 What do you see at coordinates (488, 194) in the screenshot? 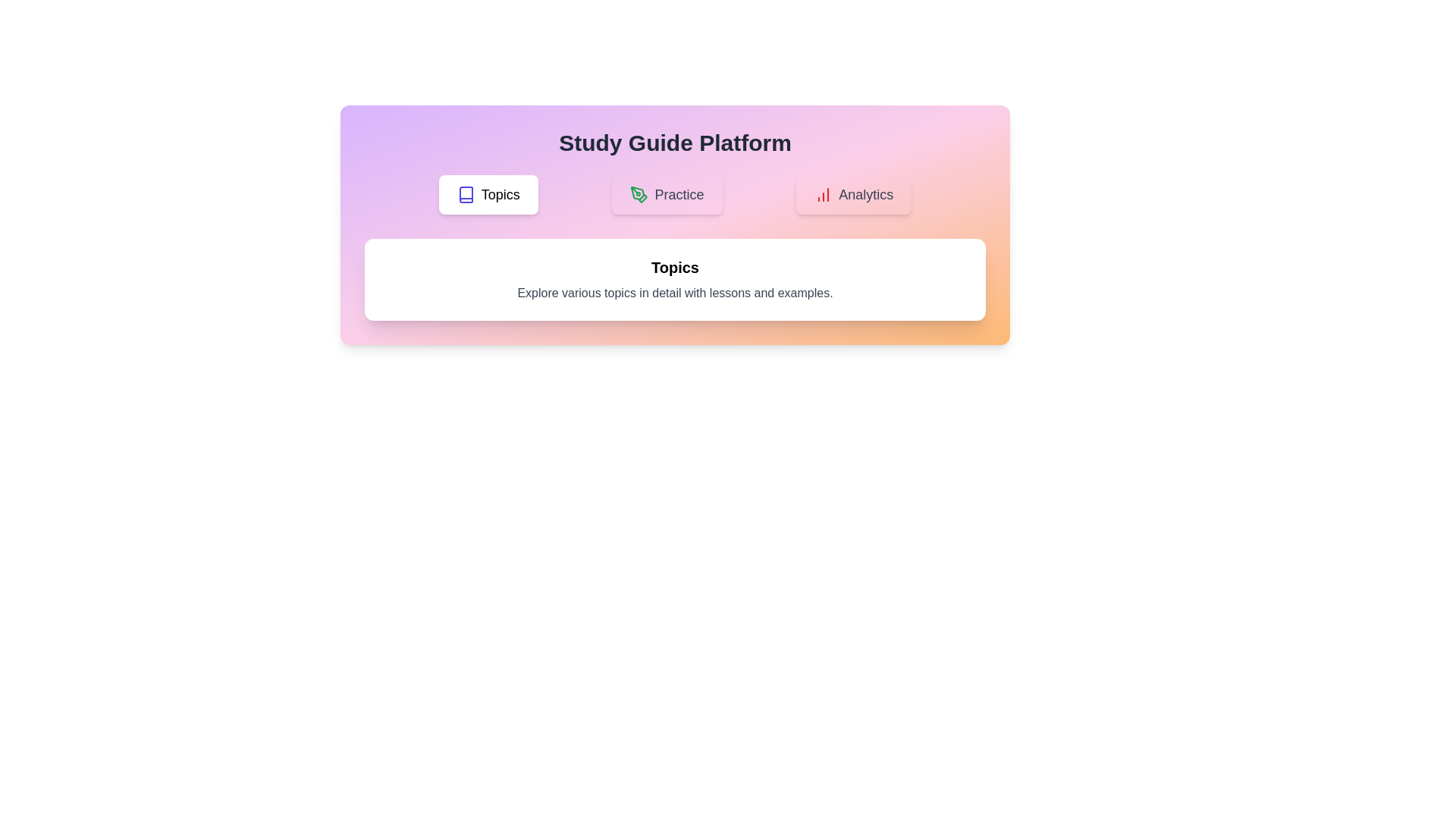
I see `the Topics tab` at bounding box center [488, 194].